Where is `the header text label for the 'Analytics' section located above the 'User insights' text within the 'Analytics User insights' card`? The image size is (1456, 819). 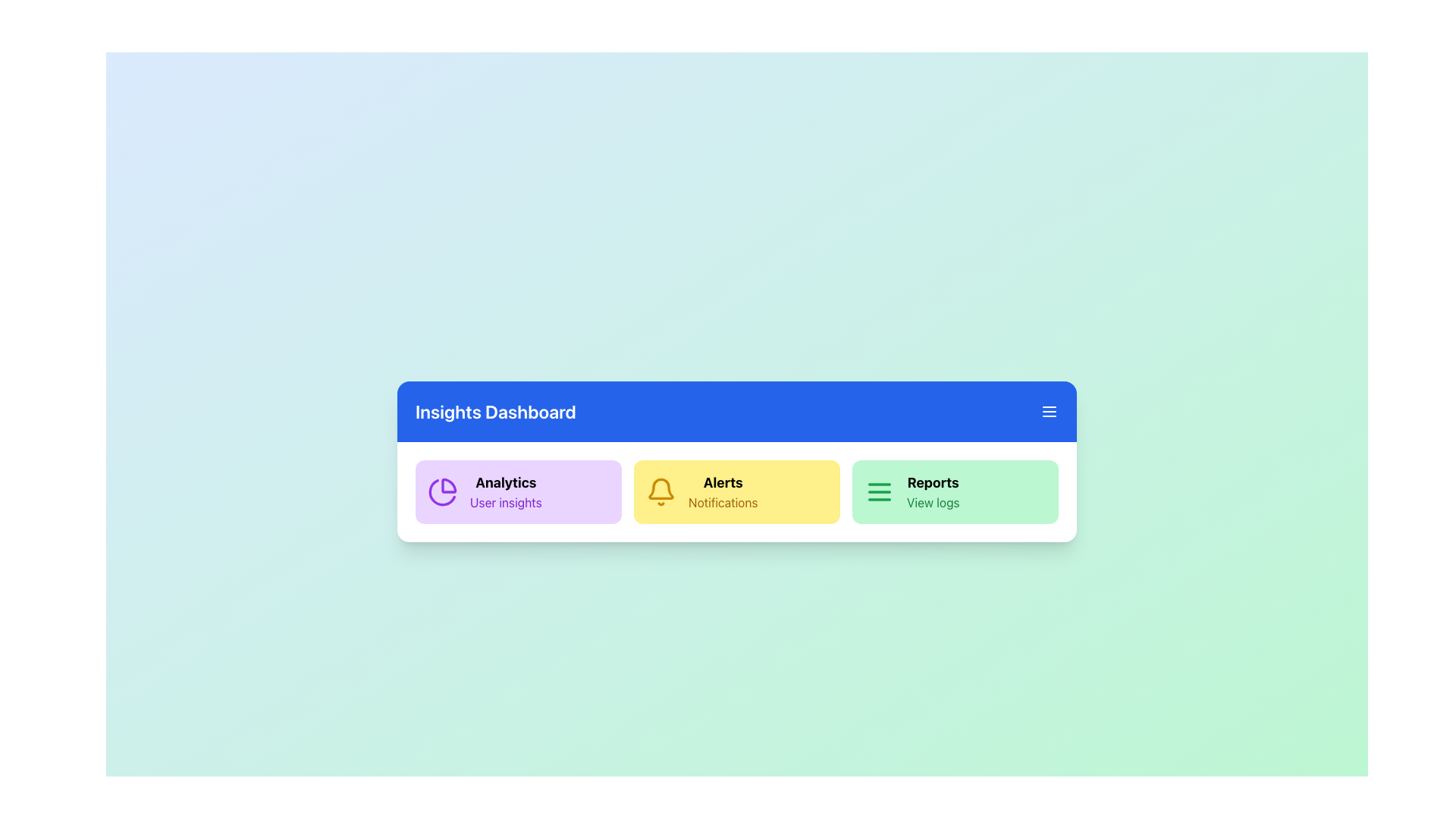 the header text label for the 'Analytics' section located above the 'User insights' text within the 'Analytics User insights' card is located at coordinates (506, 482).